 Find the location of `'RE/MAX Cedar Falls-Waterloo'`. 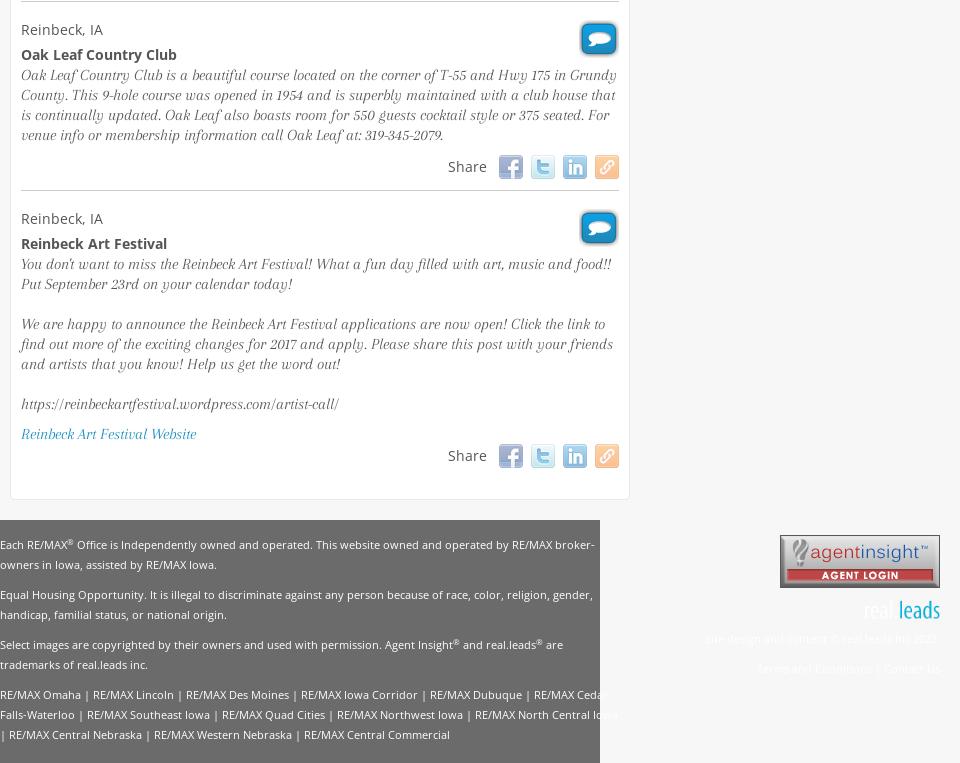

'RE/MAX Cedar Falls-Waterloo' is located at coordinates (304, 703).